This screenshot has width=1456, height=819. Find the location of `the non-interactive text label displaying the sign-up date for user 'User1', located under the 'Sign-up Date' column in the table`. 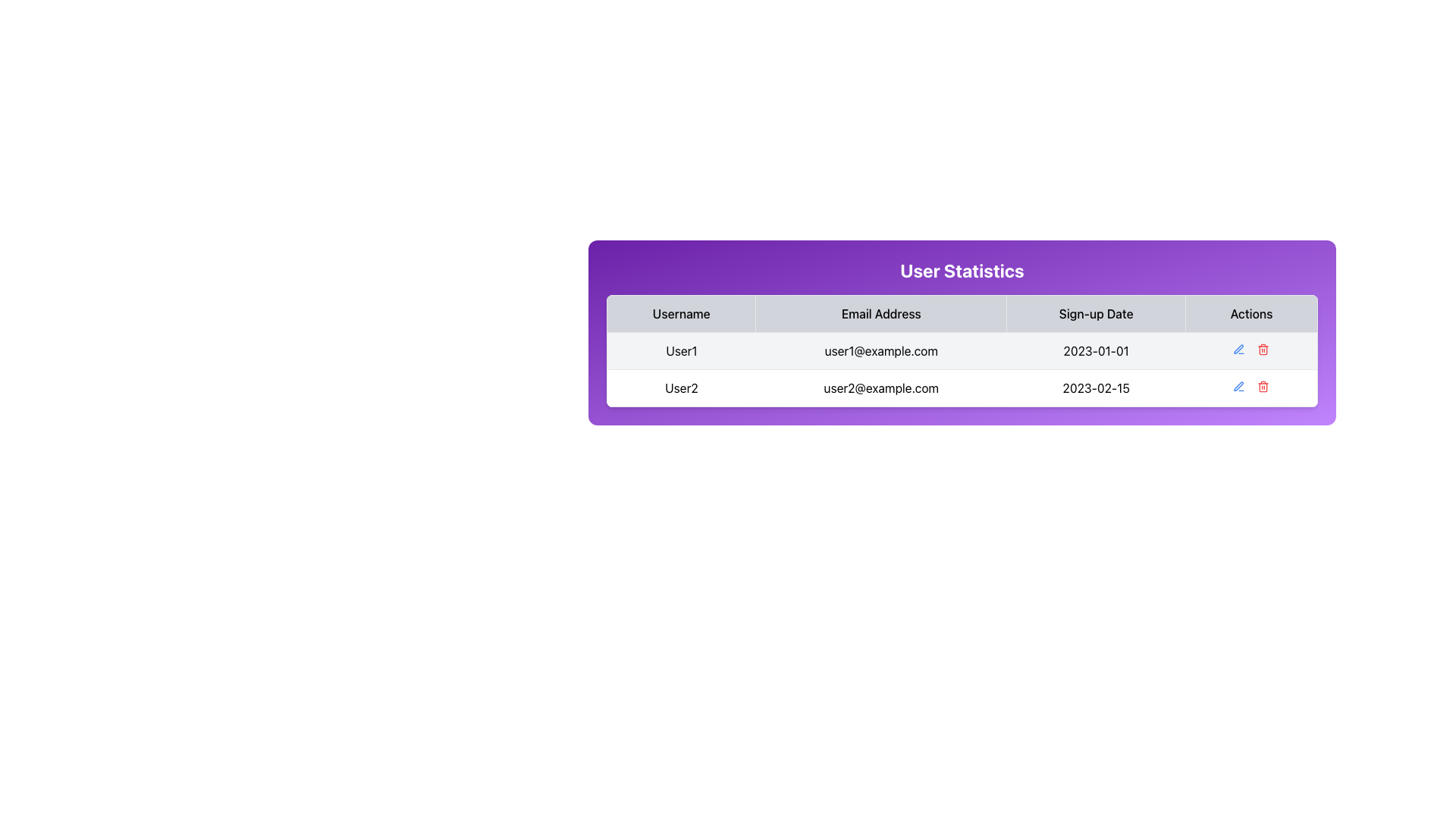

the non-interactive text label displaying the sign-up date for user 'User1', located under the 'Sign-up Date' column in the table is located at coordinates (1096, 350).